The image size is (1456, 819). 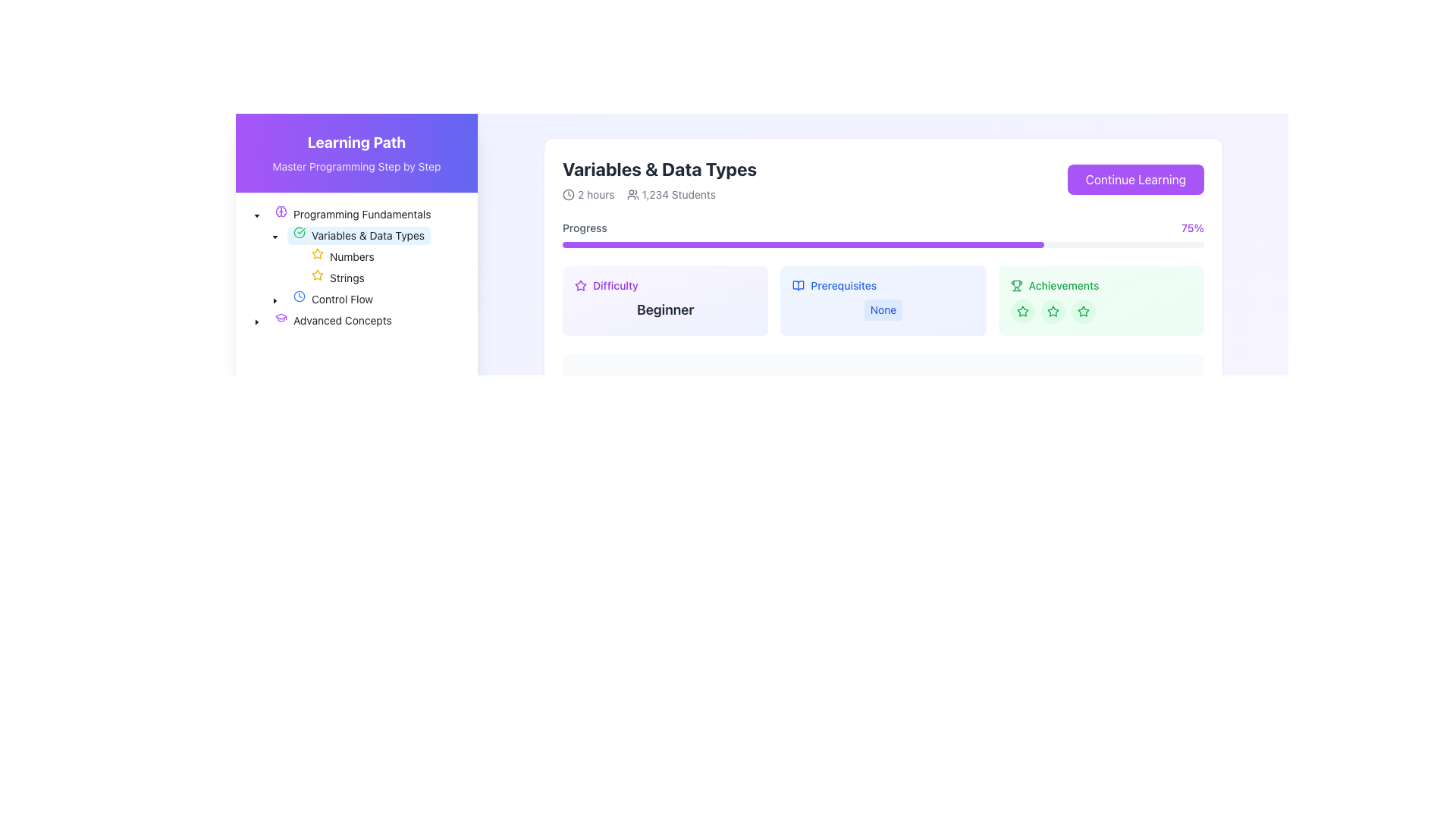 What do you see at coordinates (883, 301) in the screenshot?
I see `the informational section displaying prerequisite details labeled as 'None', which is centrally positioned between the 'Difficulty' and 'Achievements' sections` at bounding box center [883, 301].